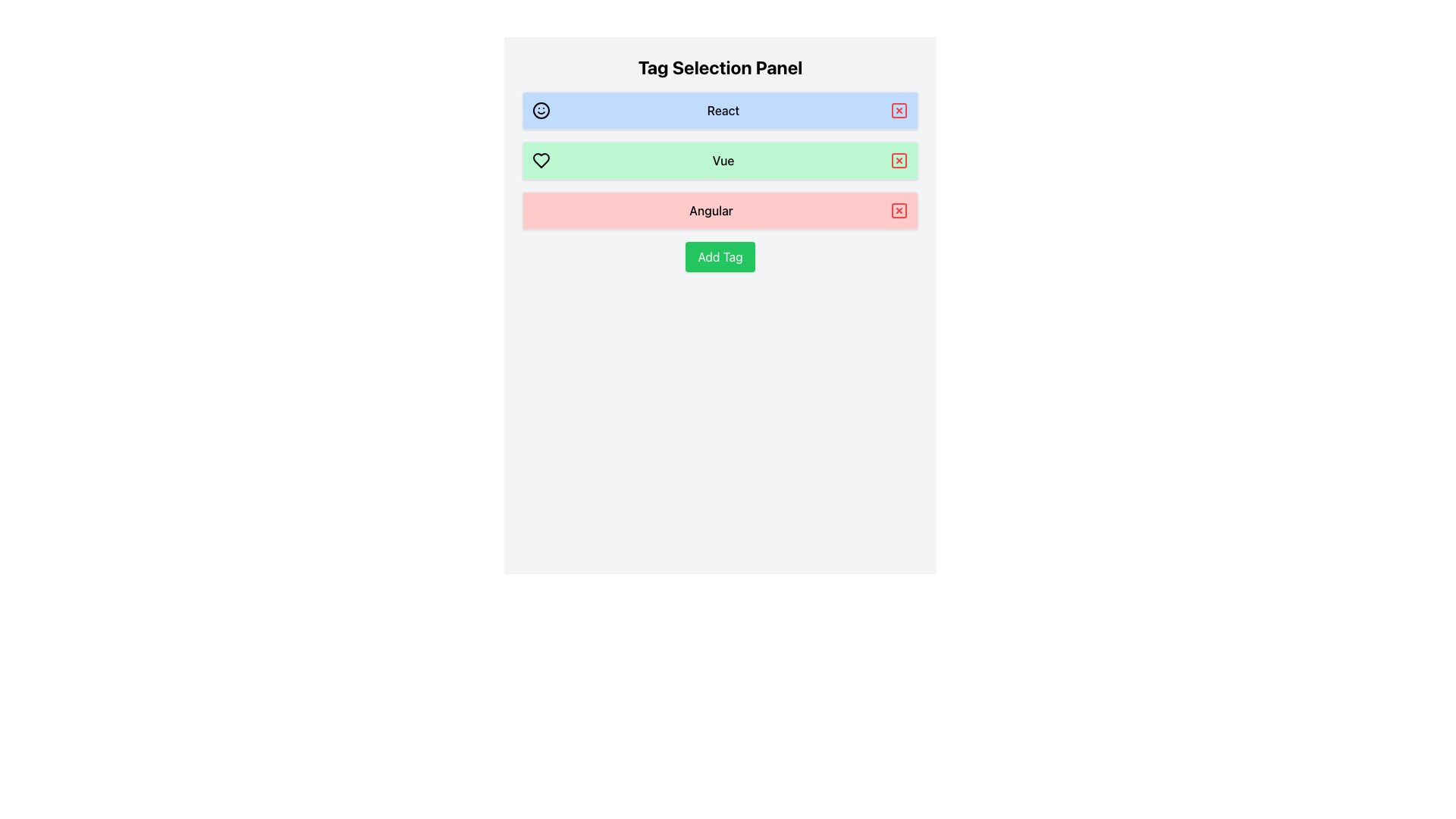 This screenshot has height=819, width=1456. Describe the element at coordinates (541, 161) in the screenshot. I see `the heart-shaped icon located within the green rectangular area labeled 'Vue' to interact with the tag` at that location.